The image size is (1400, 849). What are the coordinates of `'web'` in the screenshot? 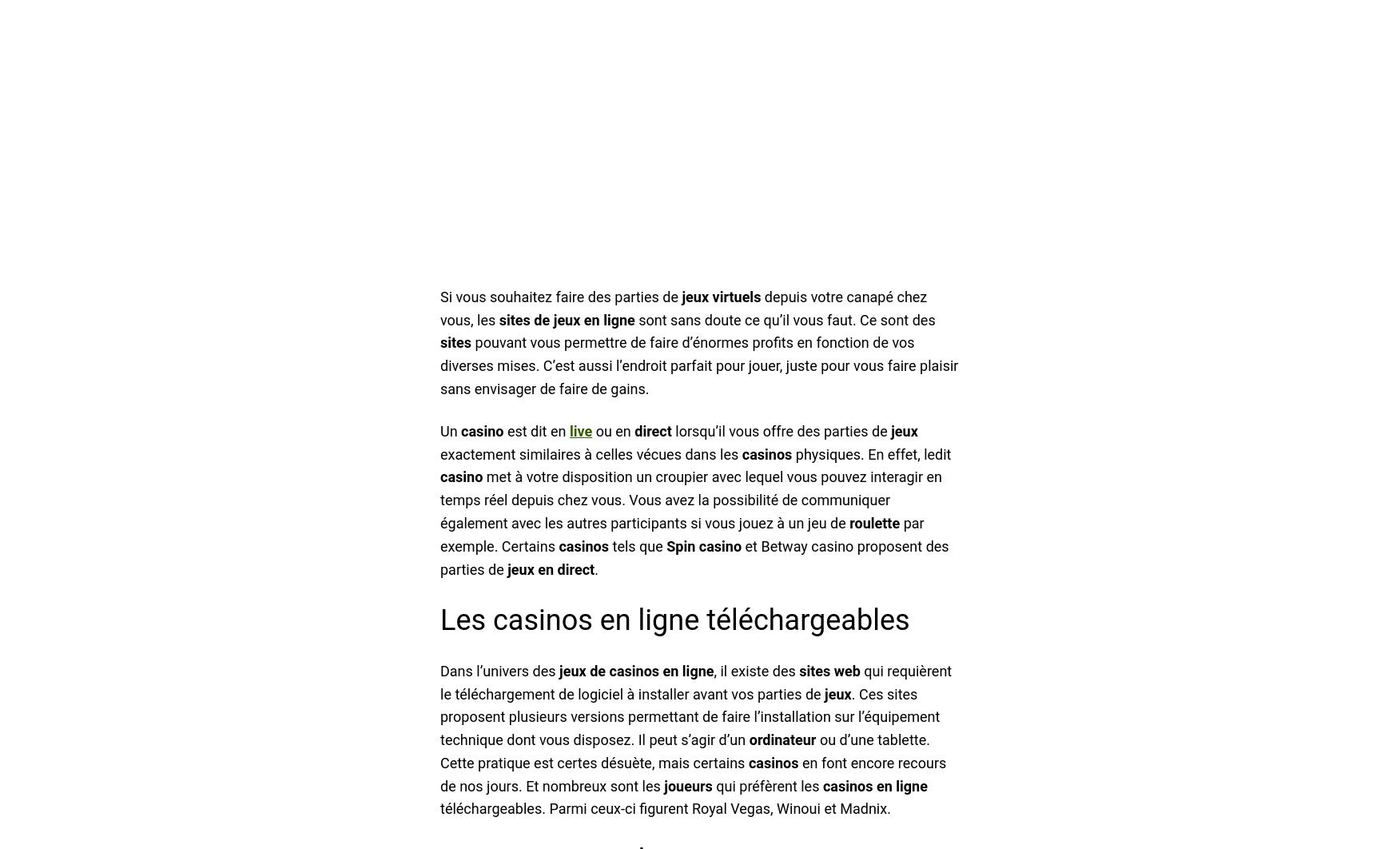 It's located at (846, 669).